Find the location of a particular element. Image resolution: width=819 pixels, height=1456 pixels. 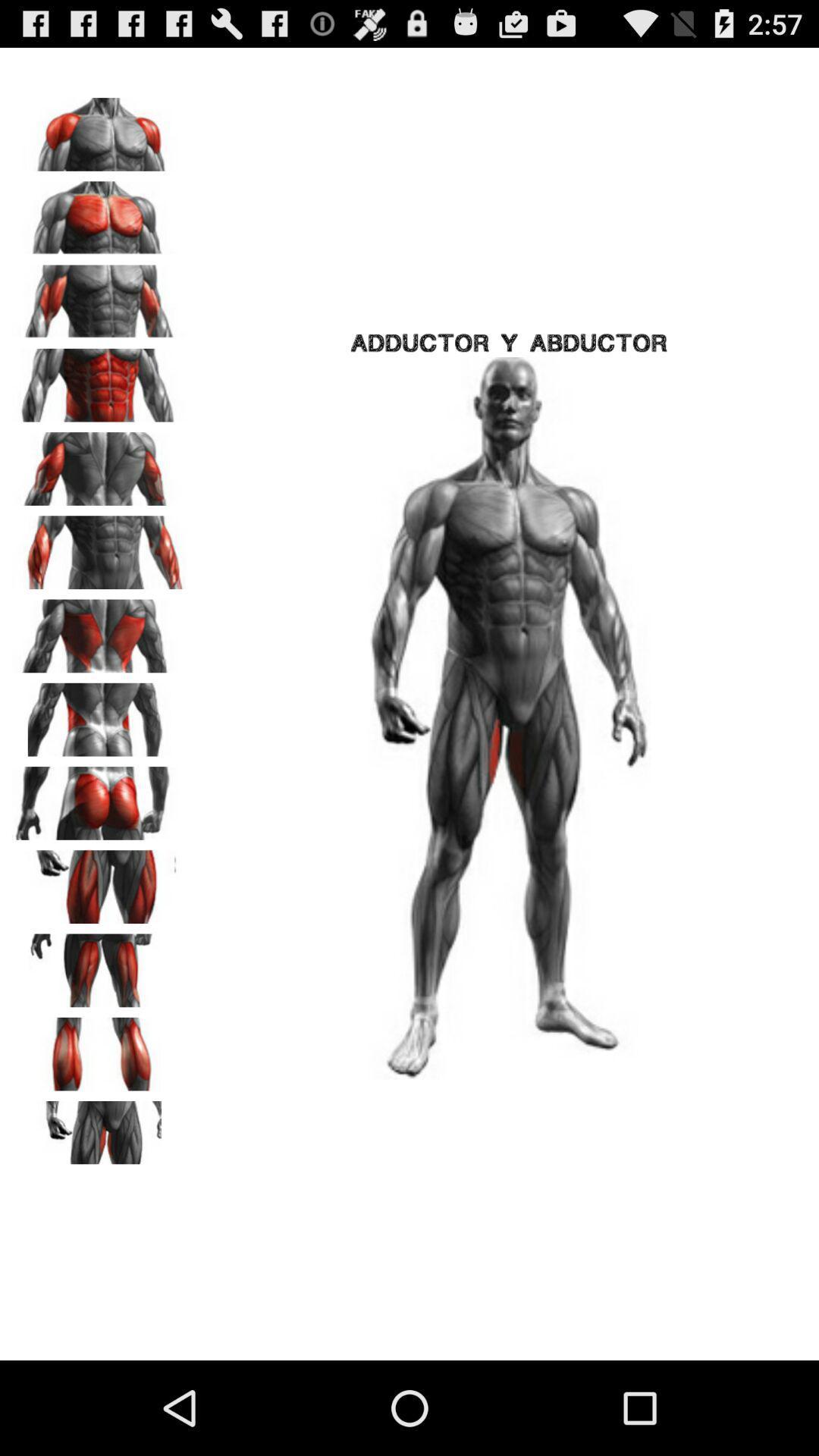

zoom to body part is located at coordinates (99, 129).